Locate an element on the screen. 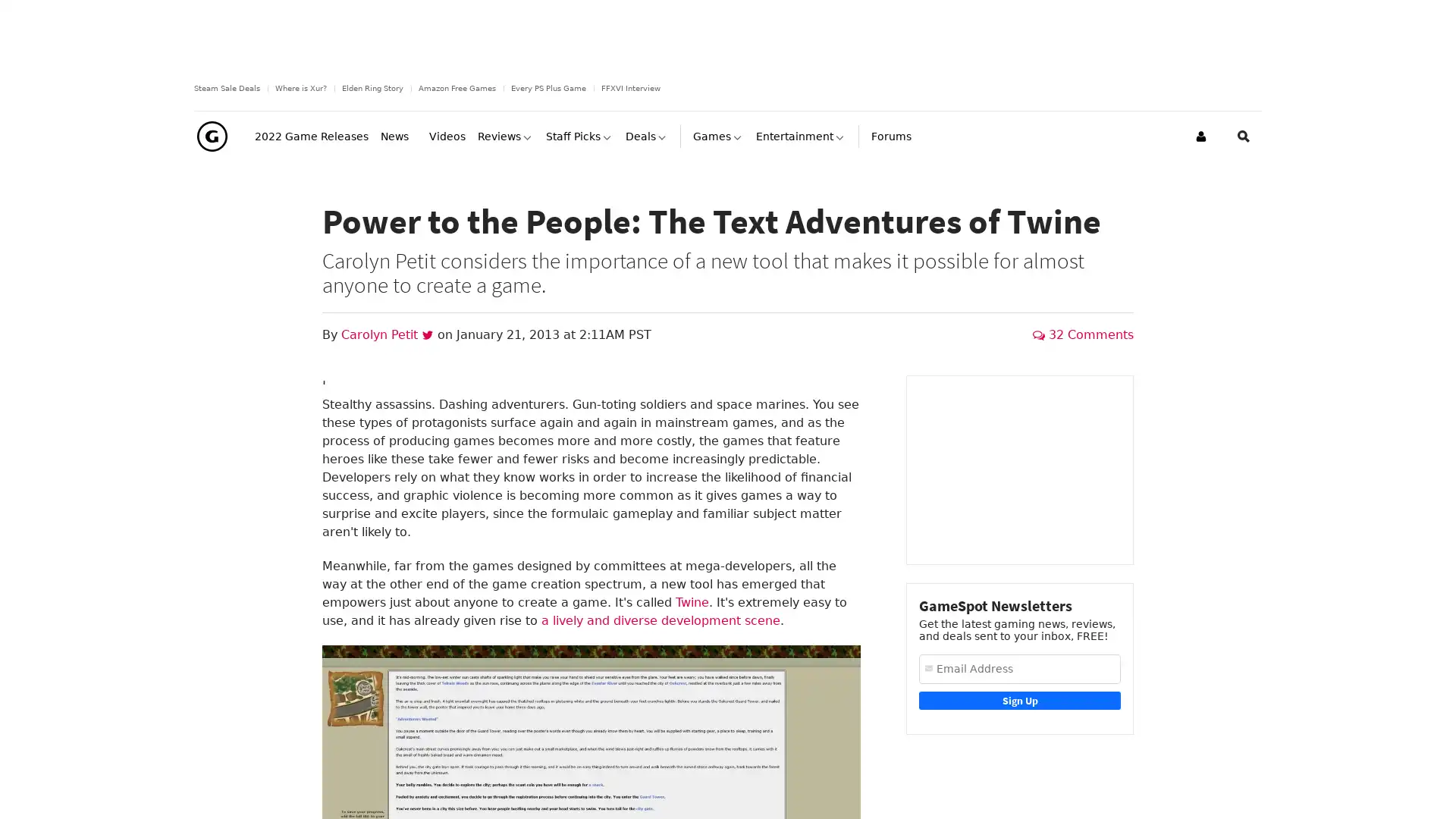  Open Site Search is located at coordinates (1244, 166).